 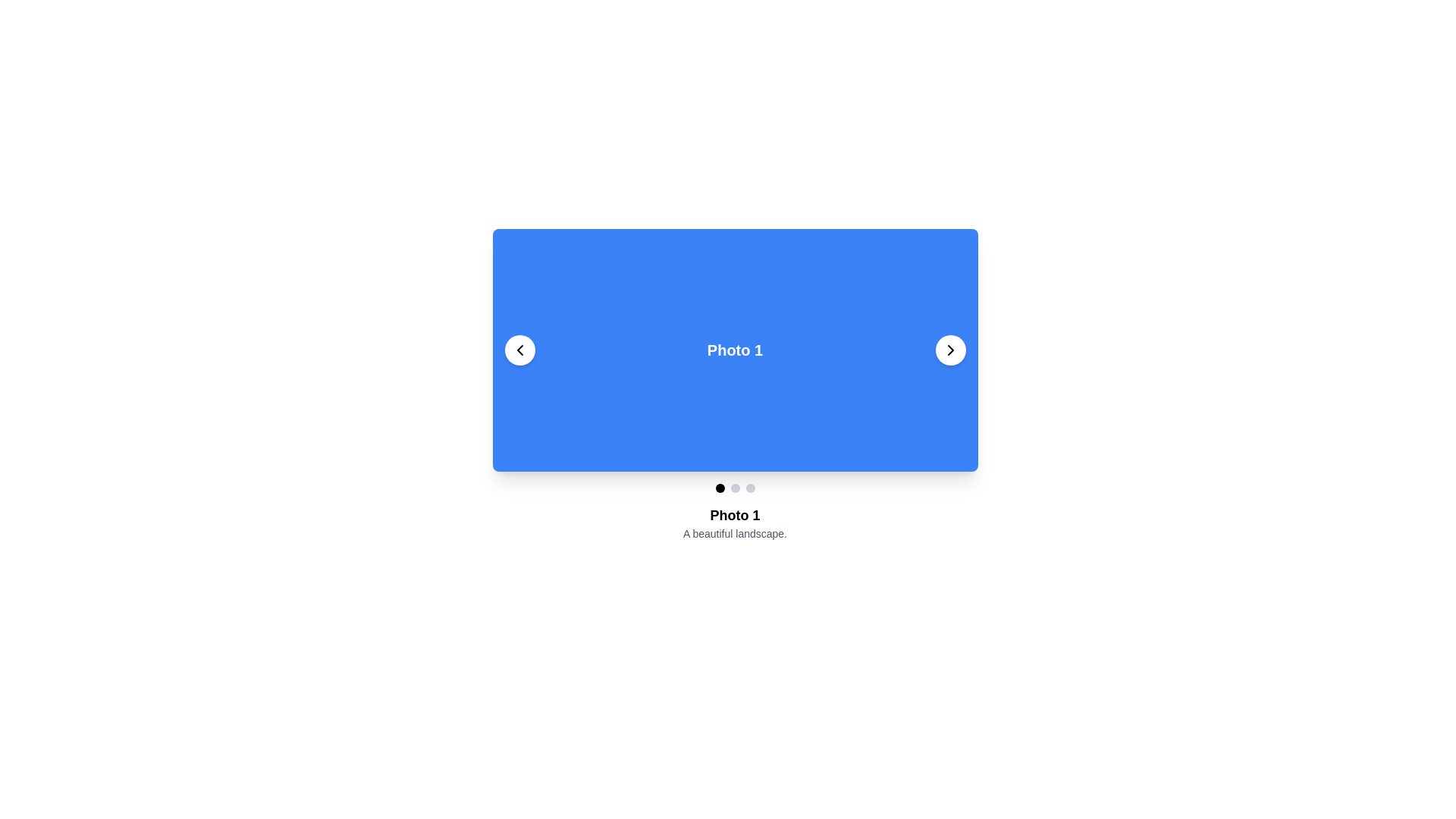 What do you see at coordinates (719, 488) in the screenshot?
I see `the leftmost circular indicator below the text labeled 'Photo 1', which serves as a visual indicator of the active state in the navigation carousel` at bounding box center [719, 488].